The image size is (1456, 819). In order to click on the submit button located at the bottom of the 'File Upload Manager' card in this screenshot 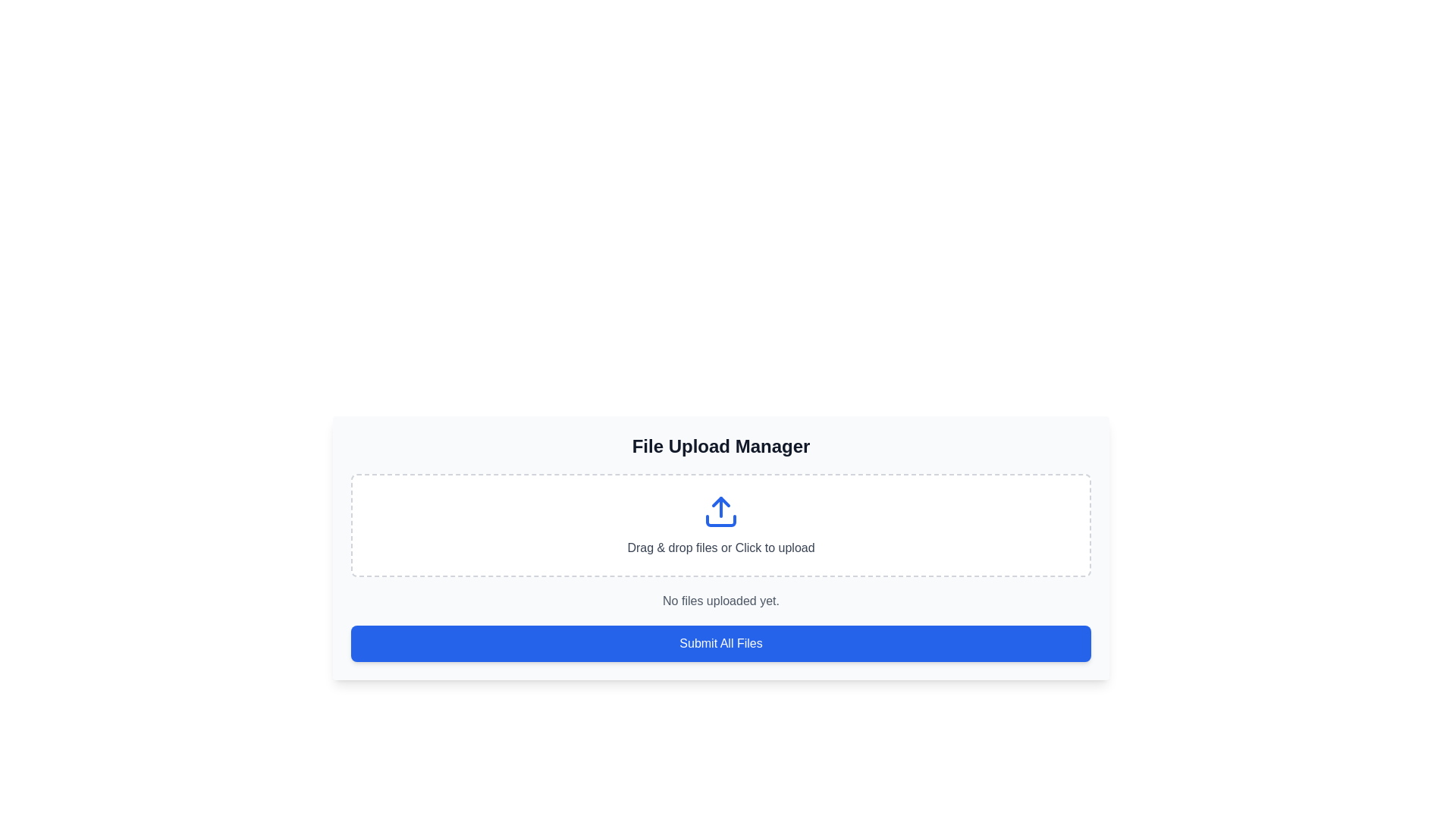, I will do `click(720, 643)`.